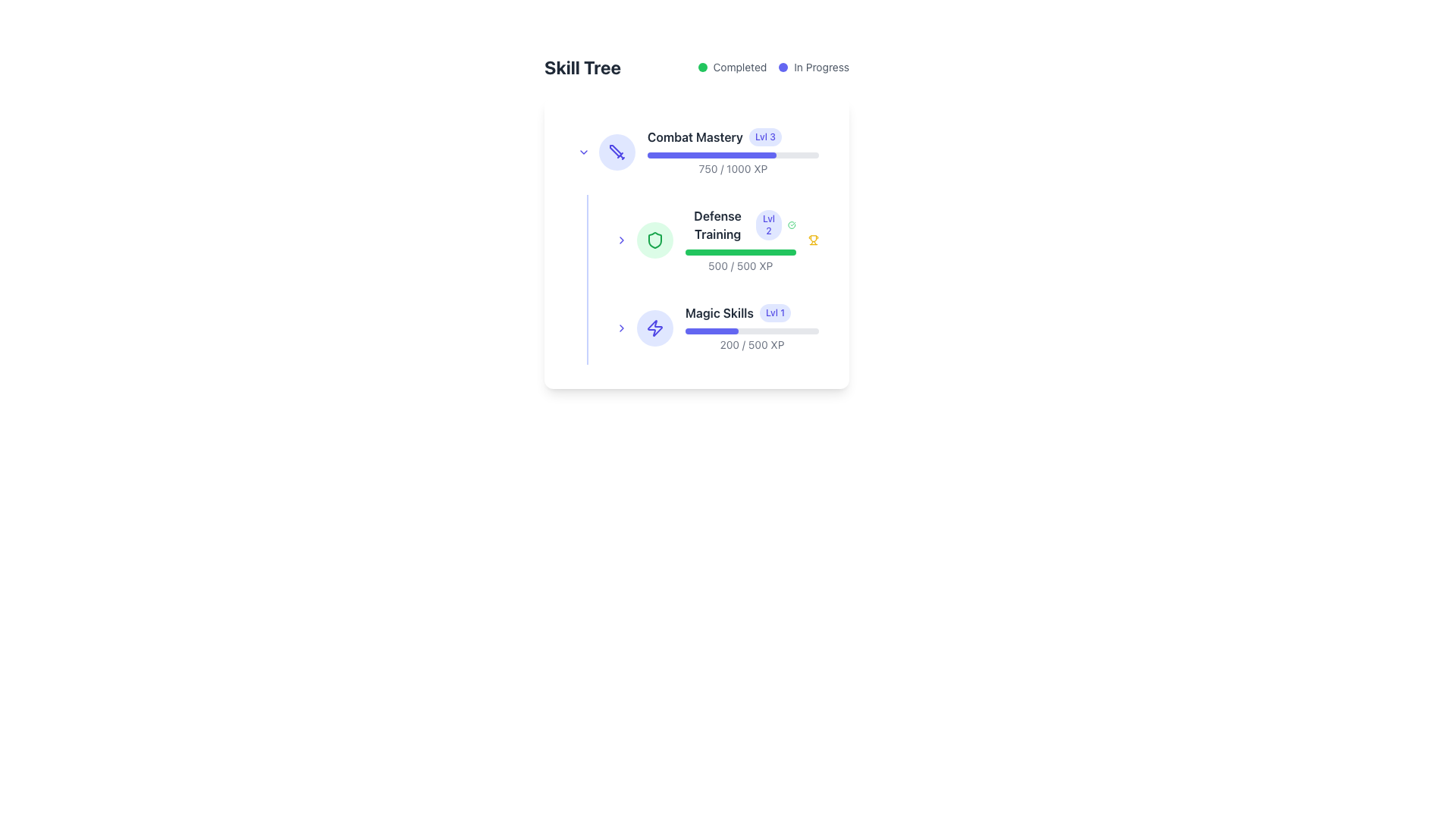 This screenshot has height=819, width=1456. What do you see at coordinates (582, 152) in the screenshot?
I see `the Toggle Button located to the left of the 'Combat Mastery' text and adjacent to the circular sword icon to visualize the hover effect` at bounding box center [582, 152].